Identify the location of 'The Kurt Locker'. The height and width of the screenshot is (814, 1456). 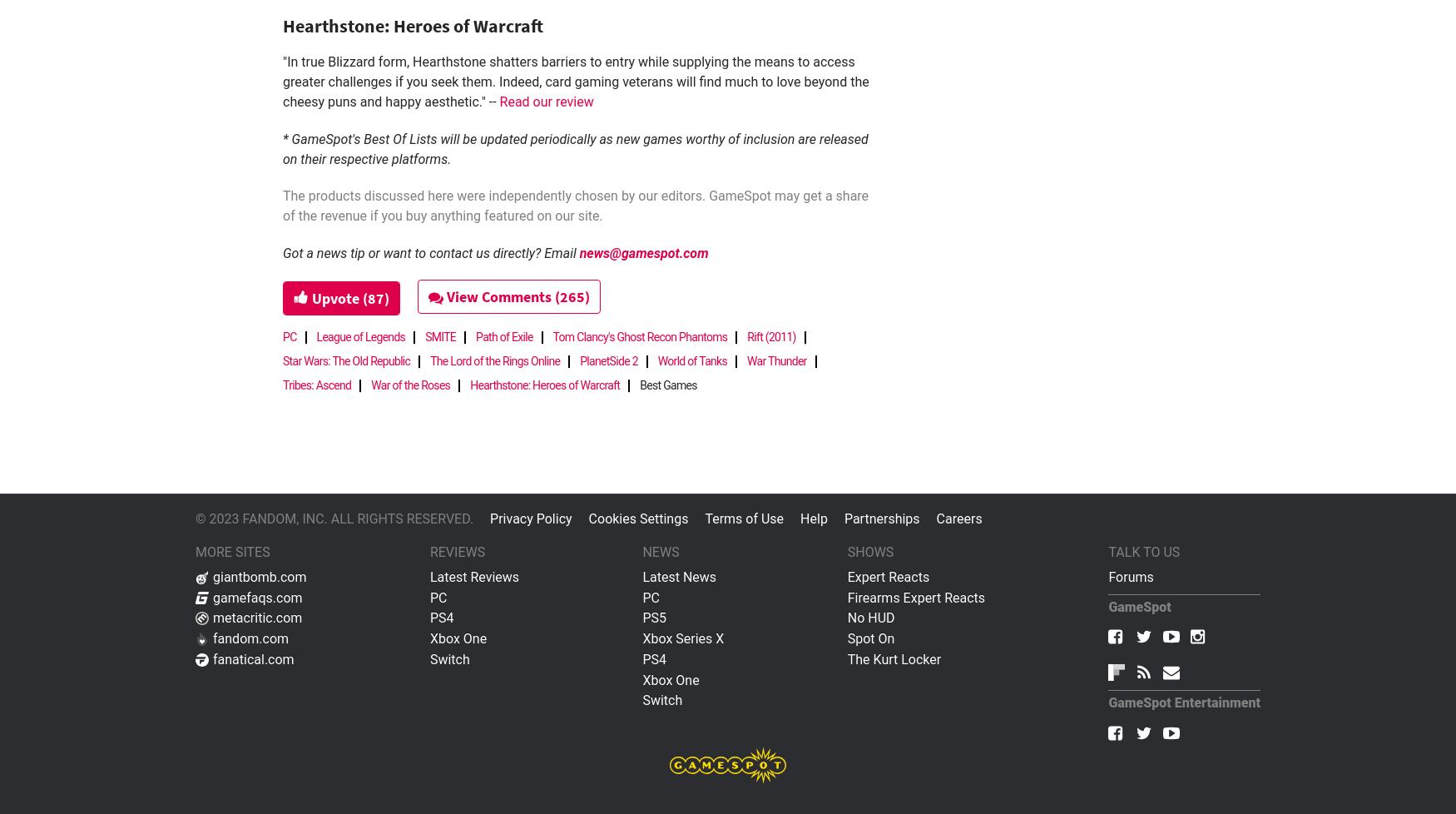
(894, 658).